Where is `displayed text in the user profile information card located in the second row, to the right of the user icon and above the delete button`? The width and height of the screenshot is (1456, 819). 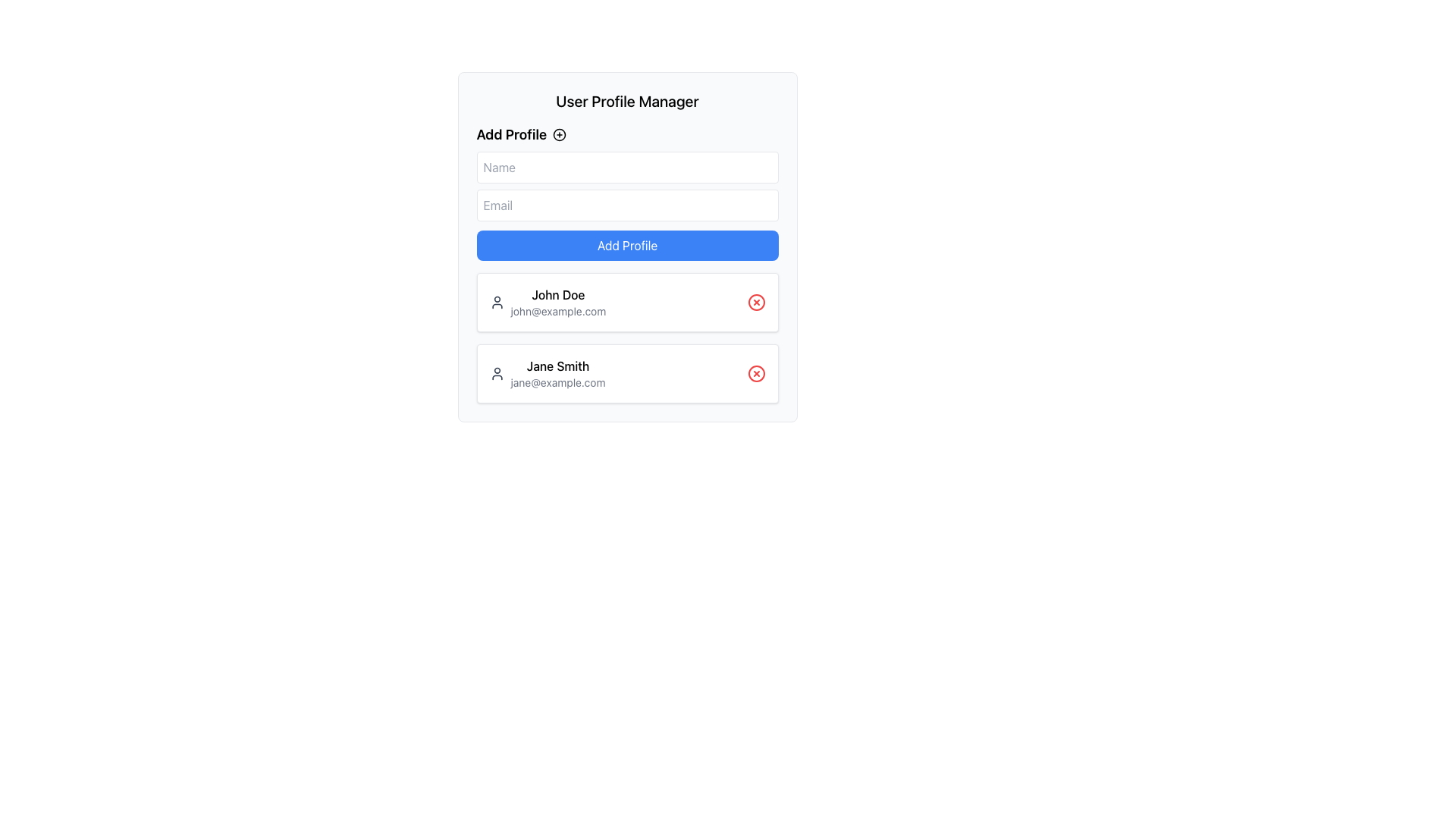
displayed text in the user profile information card located in the second row, to the right of the user icon and above the delete button is located at coordinates (557, 374).